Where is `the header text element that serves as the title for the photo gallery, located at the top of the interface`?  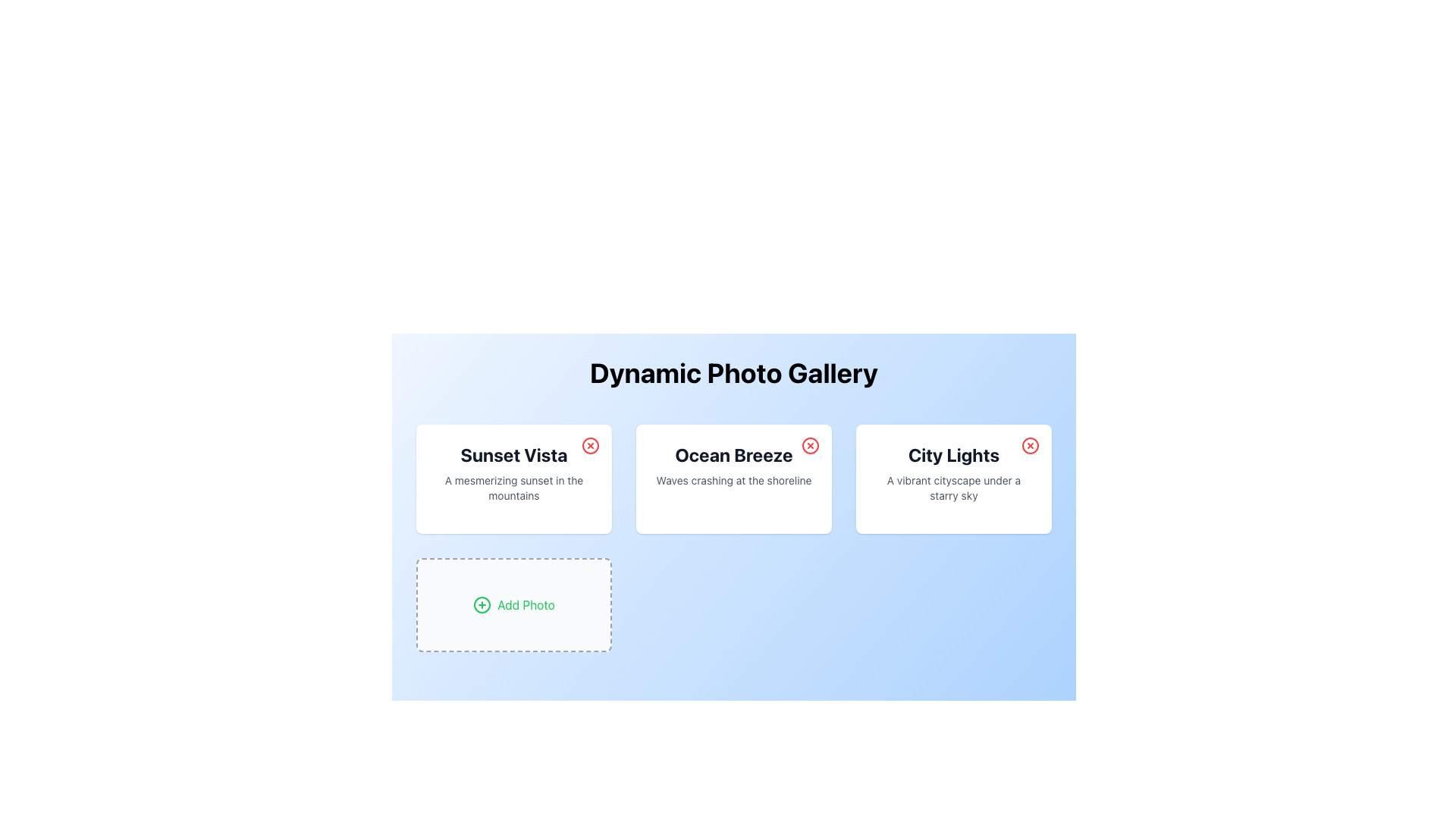 the header text element that serves as the title for the photo gallery, located at the top of the interface is located at coordinates (734, 373).